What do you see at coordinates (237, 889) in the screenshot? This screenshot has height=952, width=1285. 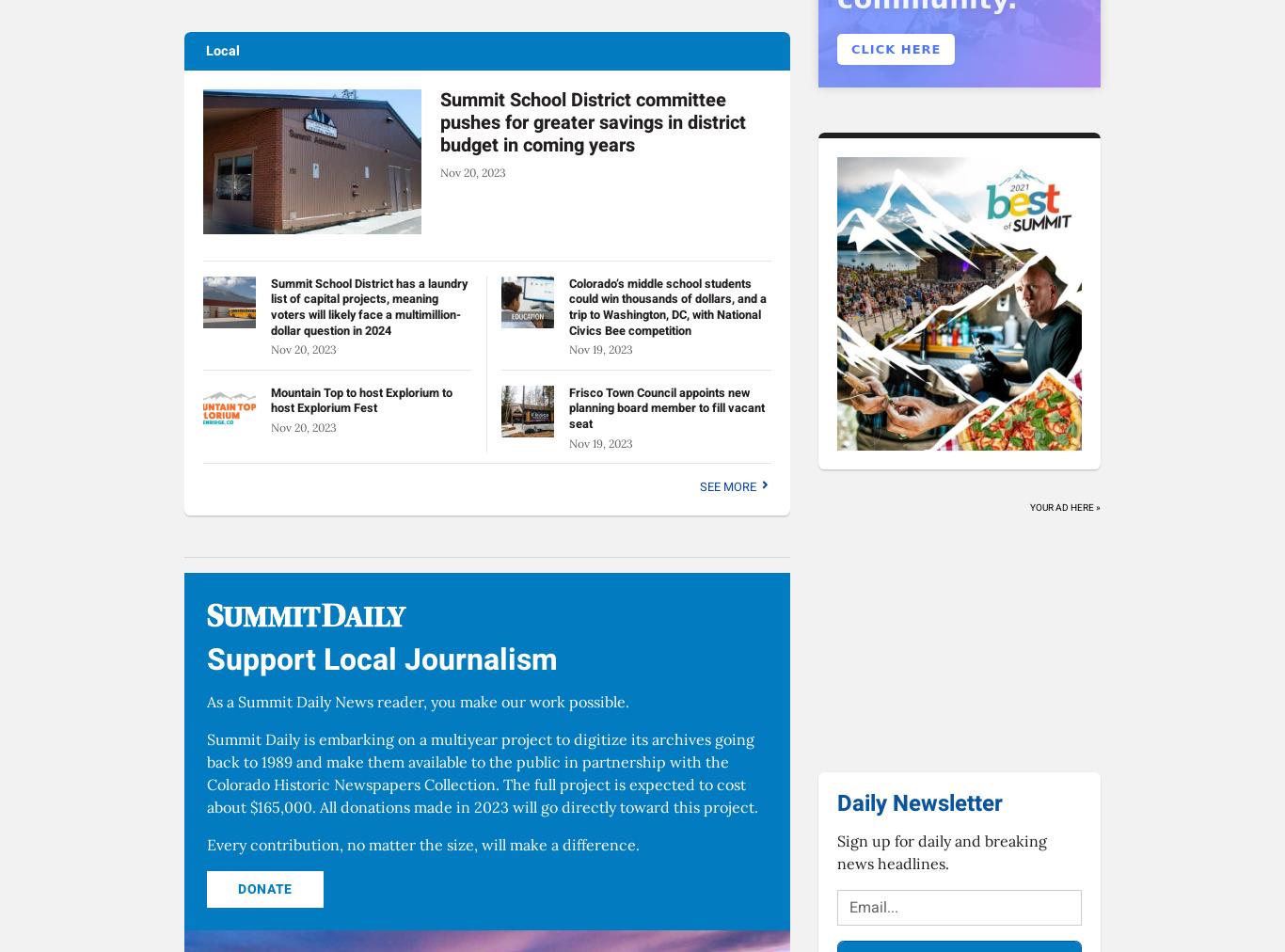 I see `'Donate'` at bounding box center [237, 889].